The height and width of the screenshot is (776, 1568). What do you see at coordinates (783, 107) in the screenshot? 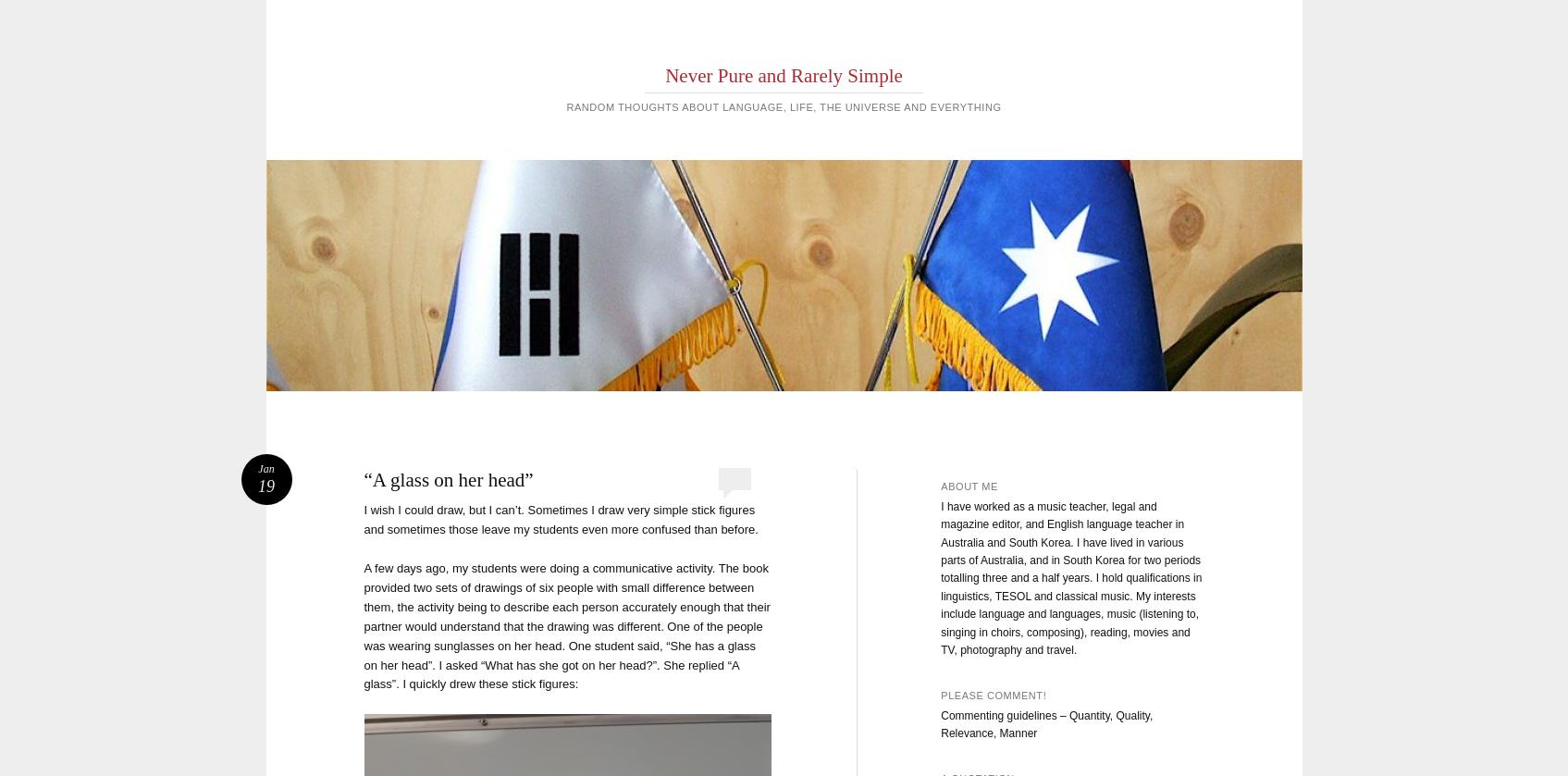
I see `'Random thoughts about language, life, the universe and everything'` at bounding box center [783, 107].